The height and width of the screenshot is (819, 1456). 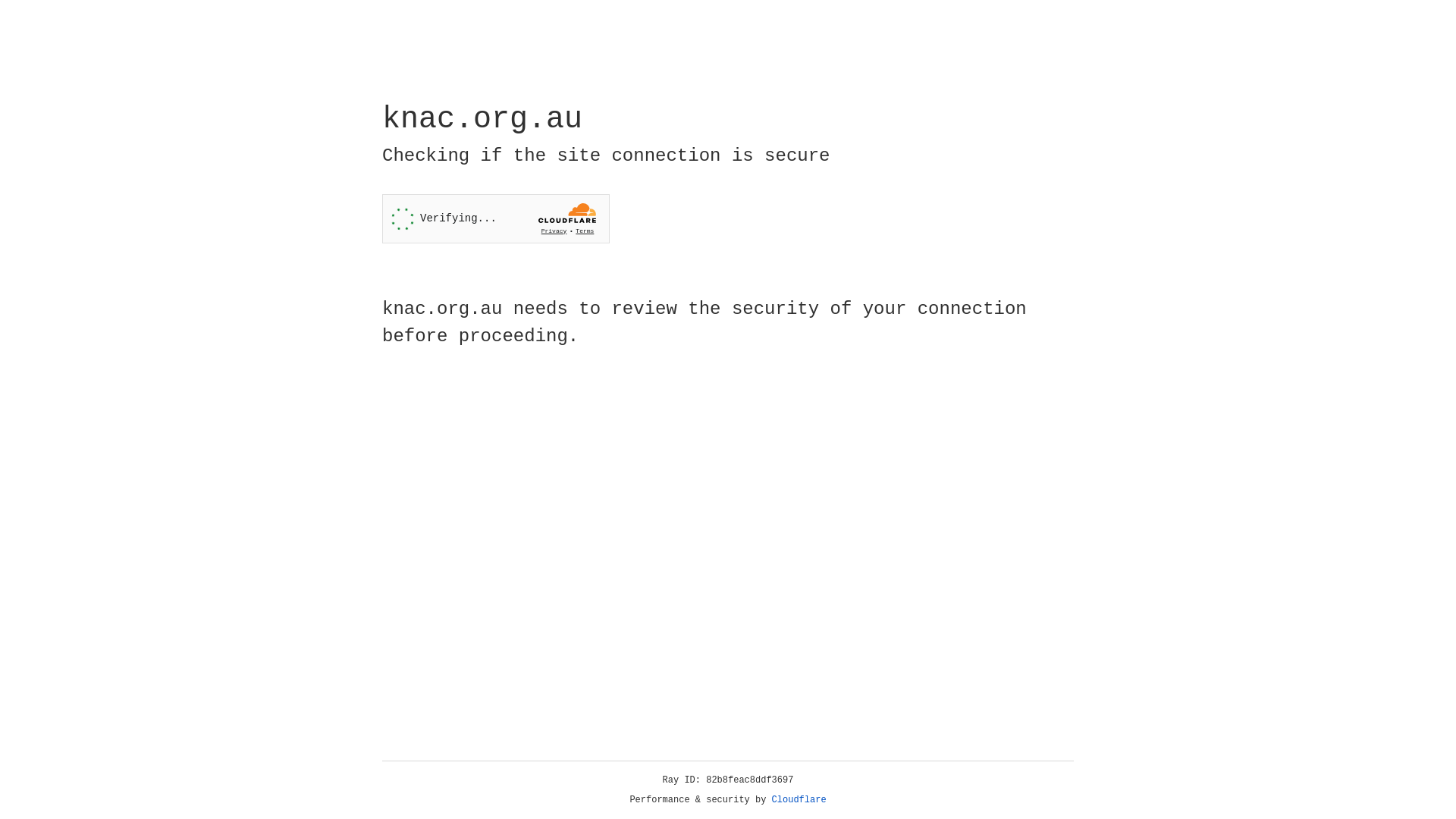 I want to click on 'Widget containing a Cloudflare security challenge', so click(x=495, y=218).